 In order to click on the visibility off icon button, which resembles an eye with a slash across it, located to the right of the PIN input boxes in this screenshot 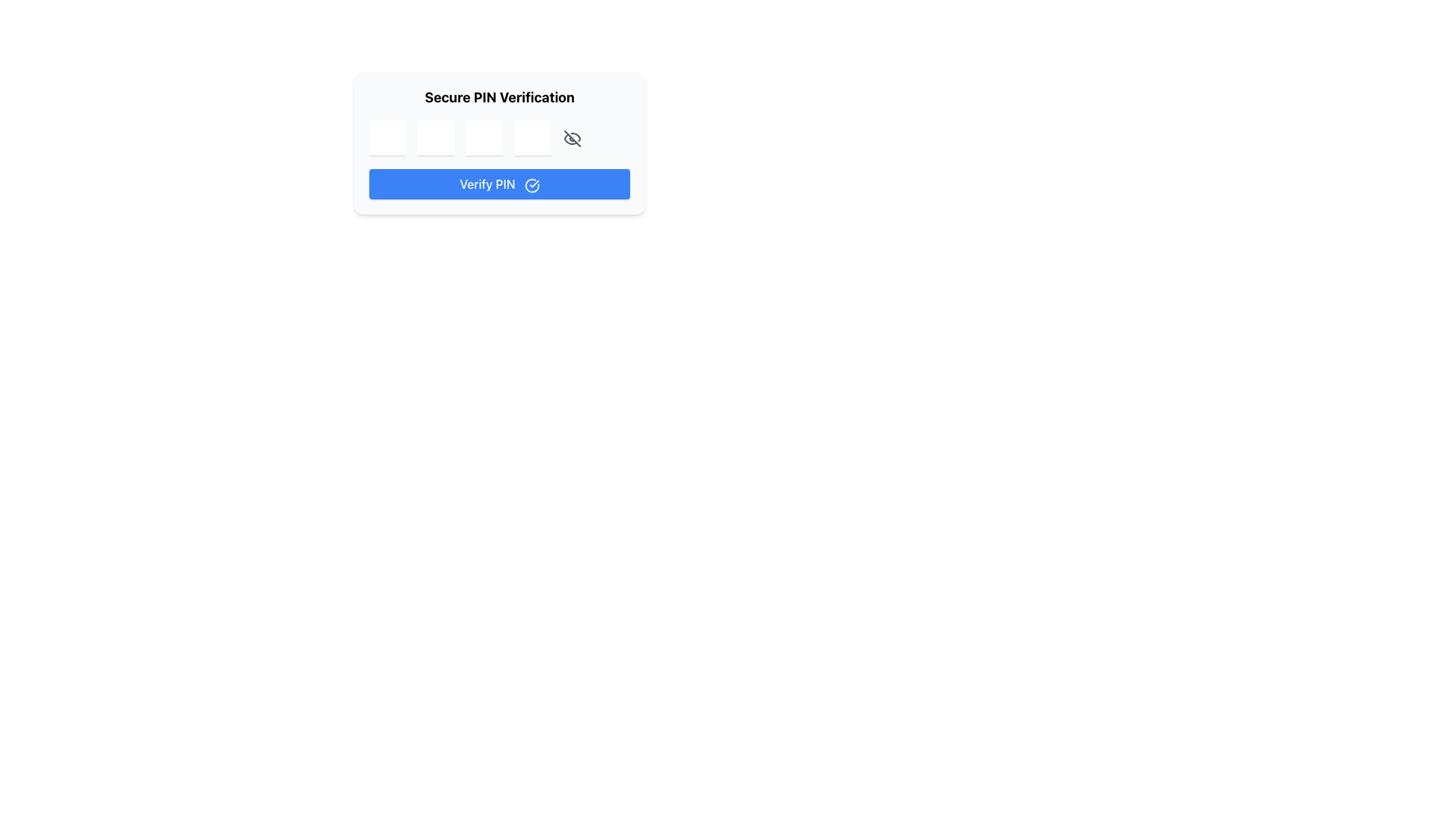, I will do `click(571, 138)`.